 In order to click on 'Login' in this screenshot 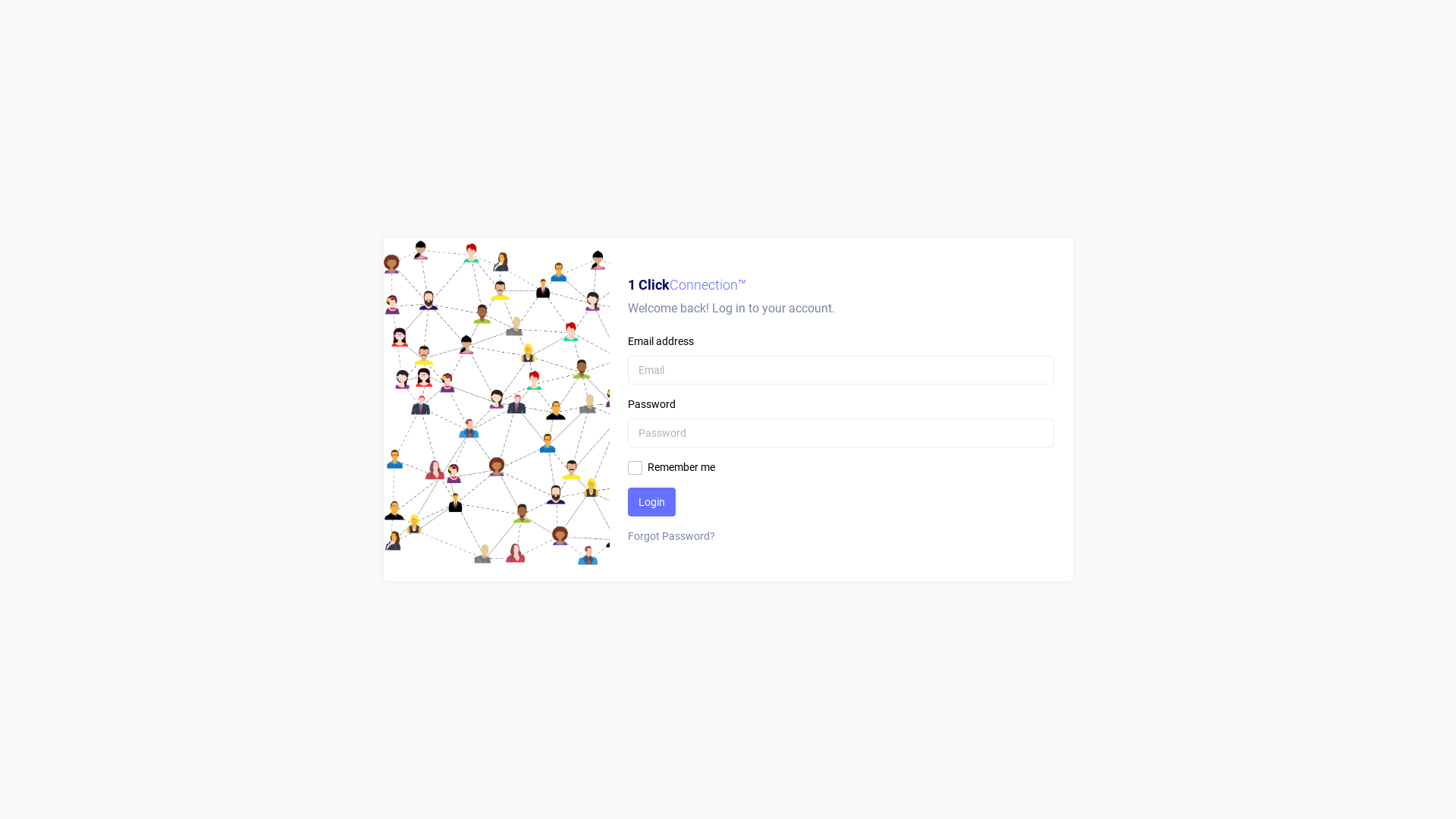, I will do `click(651, 502)`.